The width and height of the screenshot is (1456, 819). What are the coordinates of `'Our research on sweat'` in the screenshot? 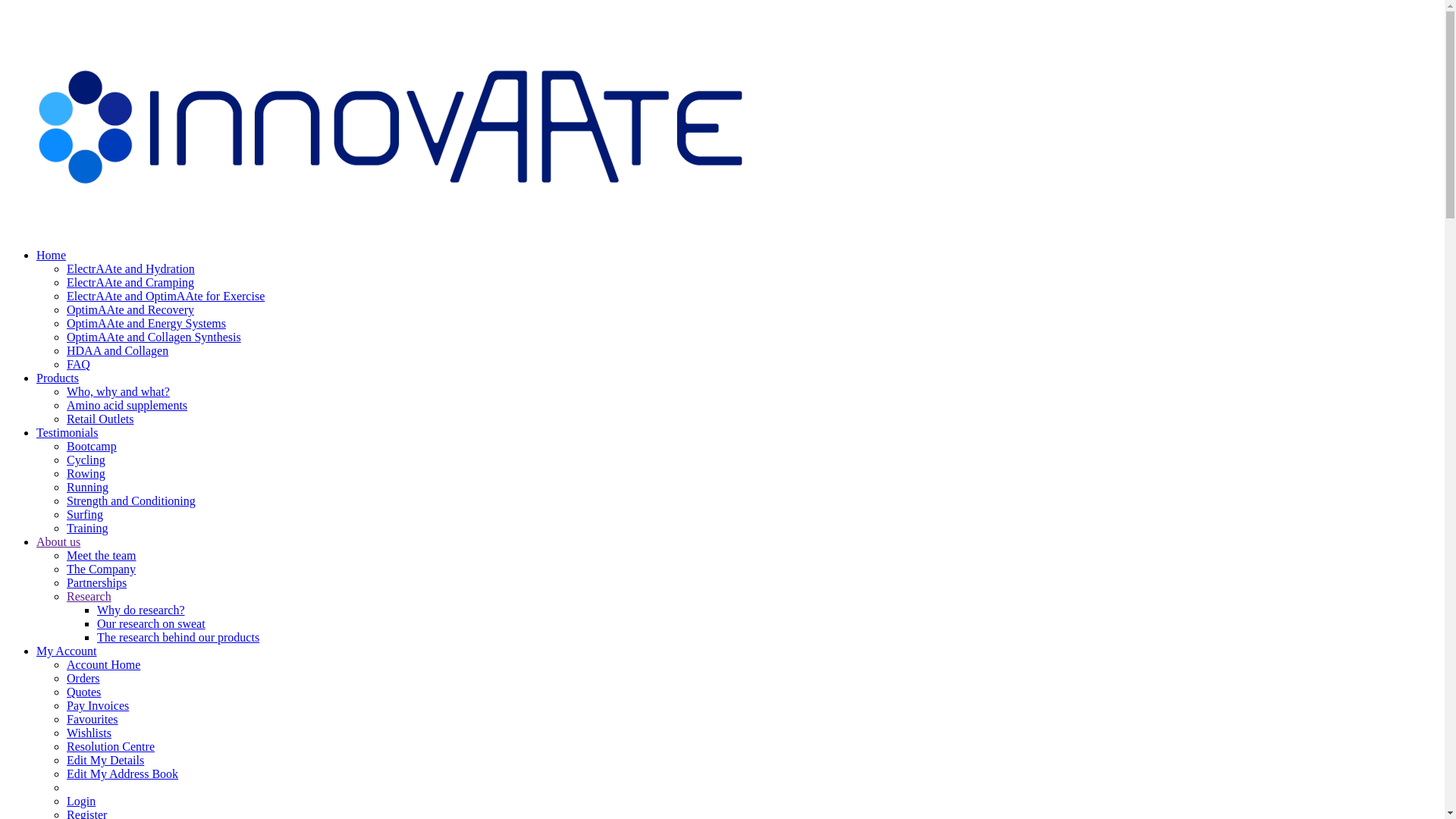 It's located at (151, 623).